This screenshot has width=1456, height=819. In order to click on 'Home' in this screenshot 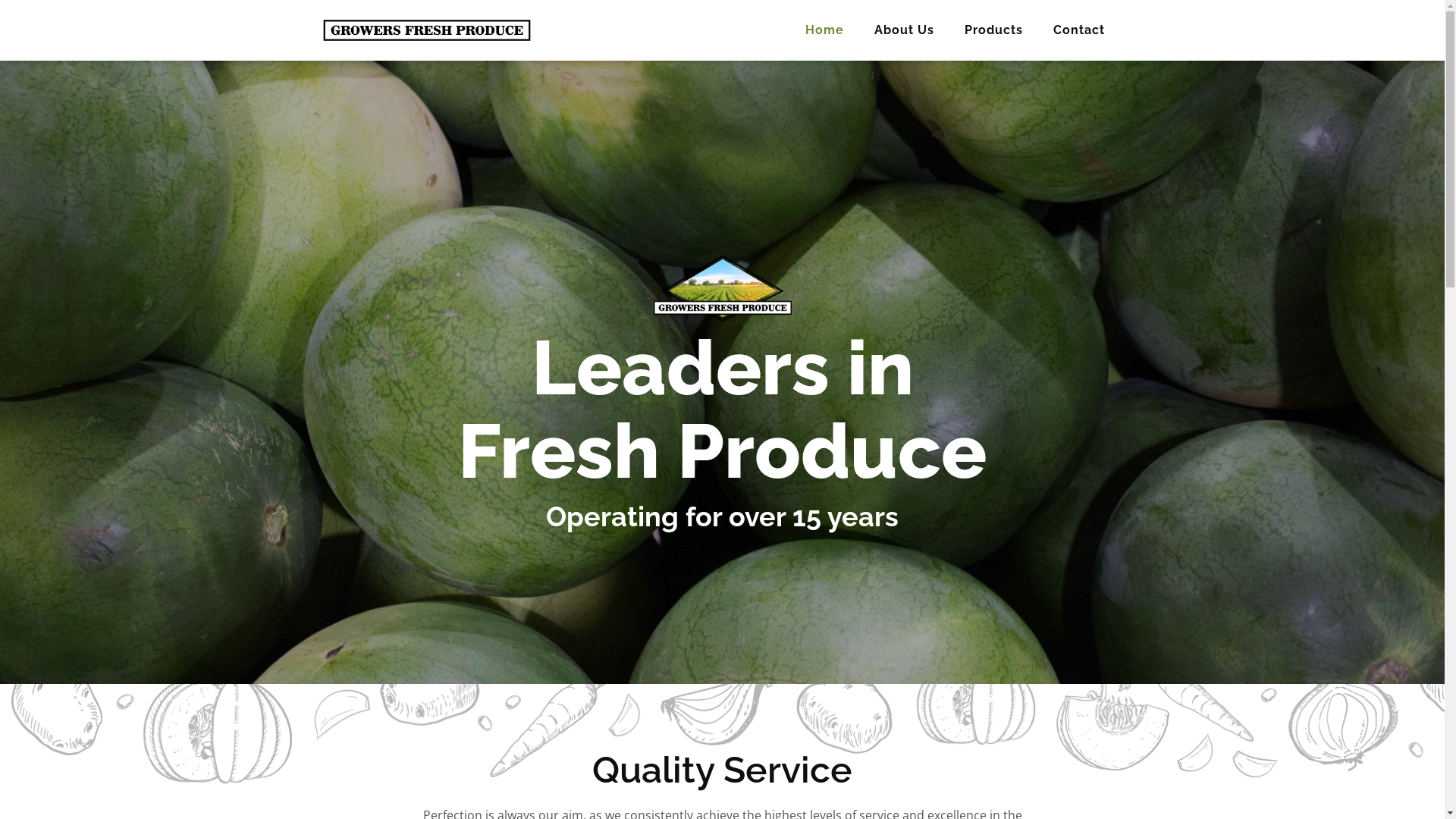, I will do `click(824, 30)`.